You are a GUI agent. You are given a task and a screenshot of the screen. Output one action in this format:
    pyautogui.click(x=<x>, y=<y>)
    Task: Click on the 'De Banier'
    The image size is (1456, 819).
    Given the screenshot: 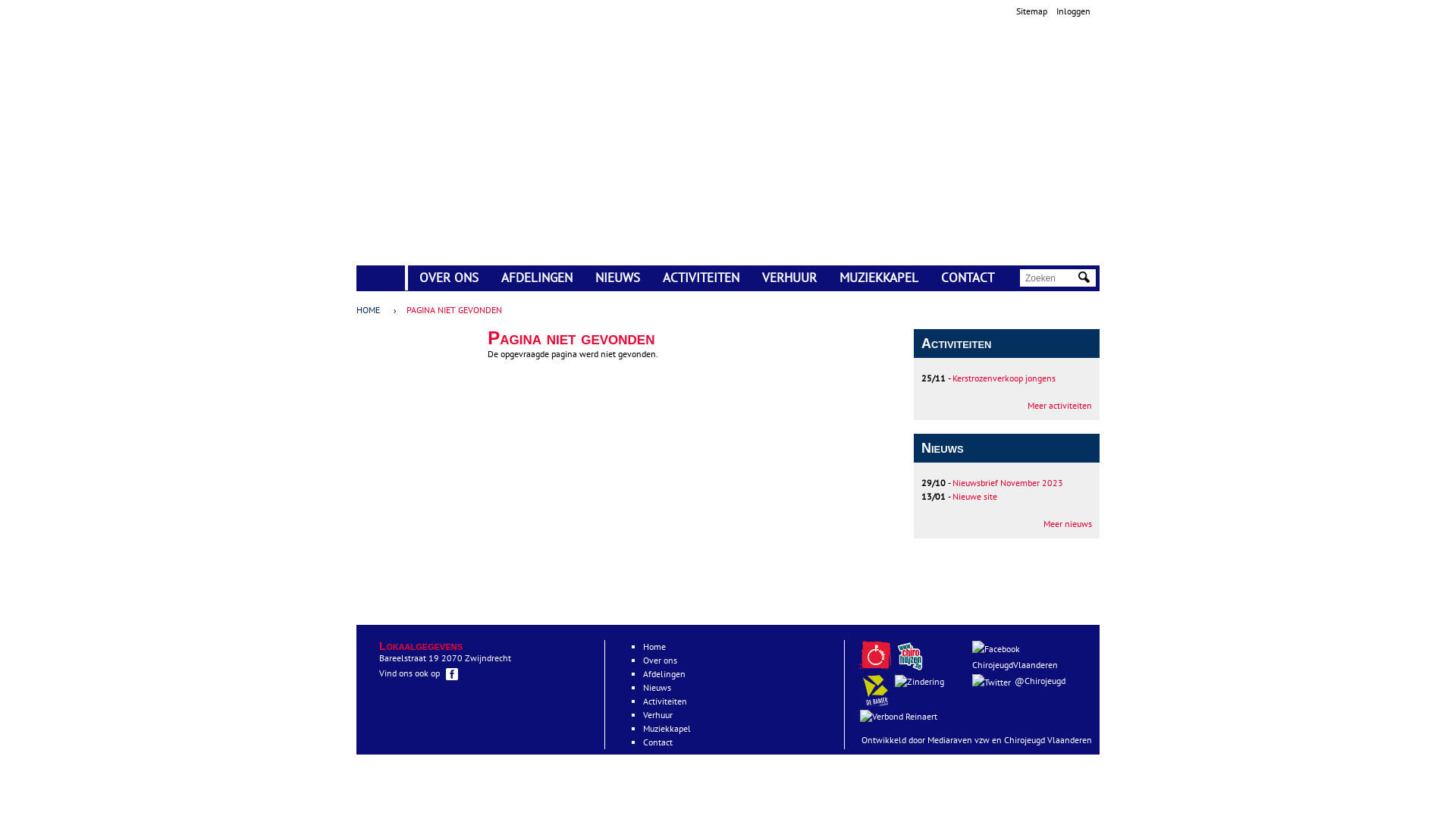 What is the action you would take?
    pyautogui.click(x=875, y=690)
    